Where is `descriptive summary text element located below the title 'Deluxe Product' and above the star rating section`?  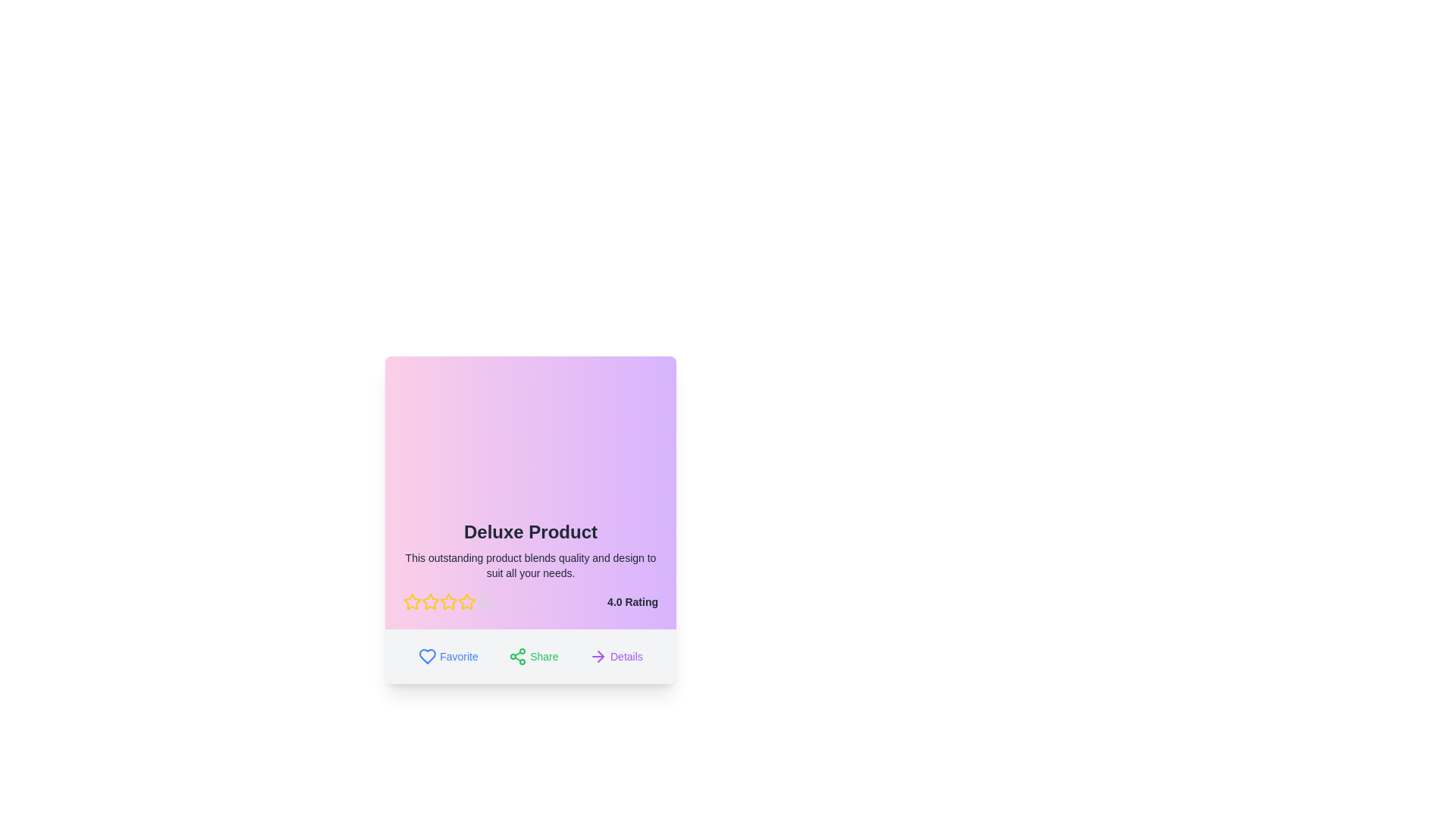 descriptive summary text element located below the title 'Deluxe Product' and above the star rating section is located at coordinates (531, 565).